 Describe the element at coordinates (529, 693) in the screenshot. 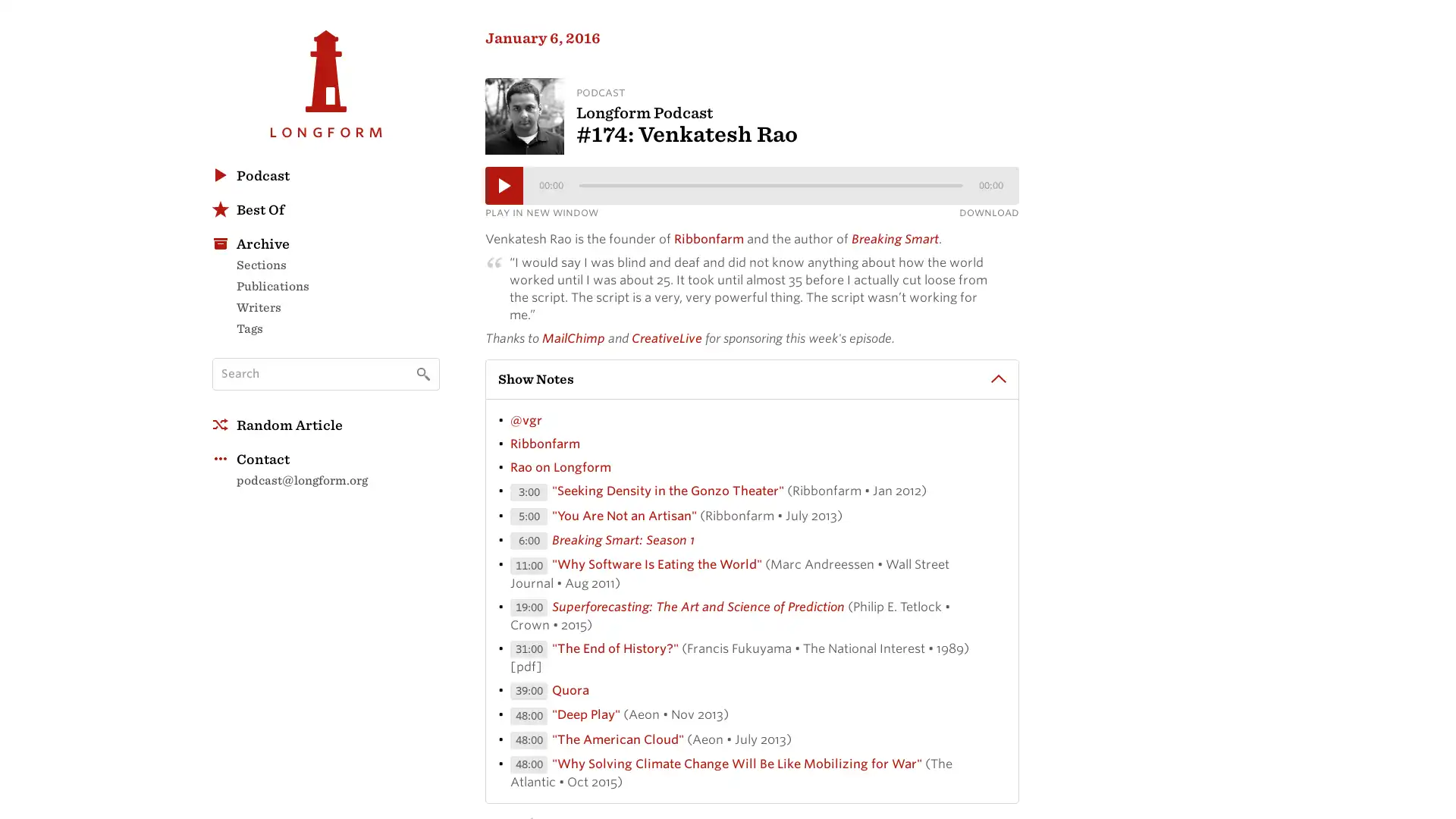

I see `39:00` at that location.